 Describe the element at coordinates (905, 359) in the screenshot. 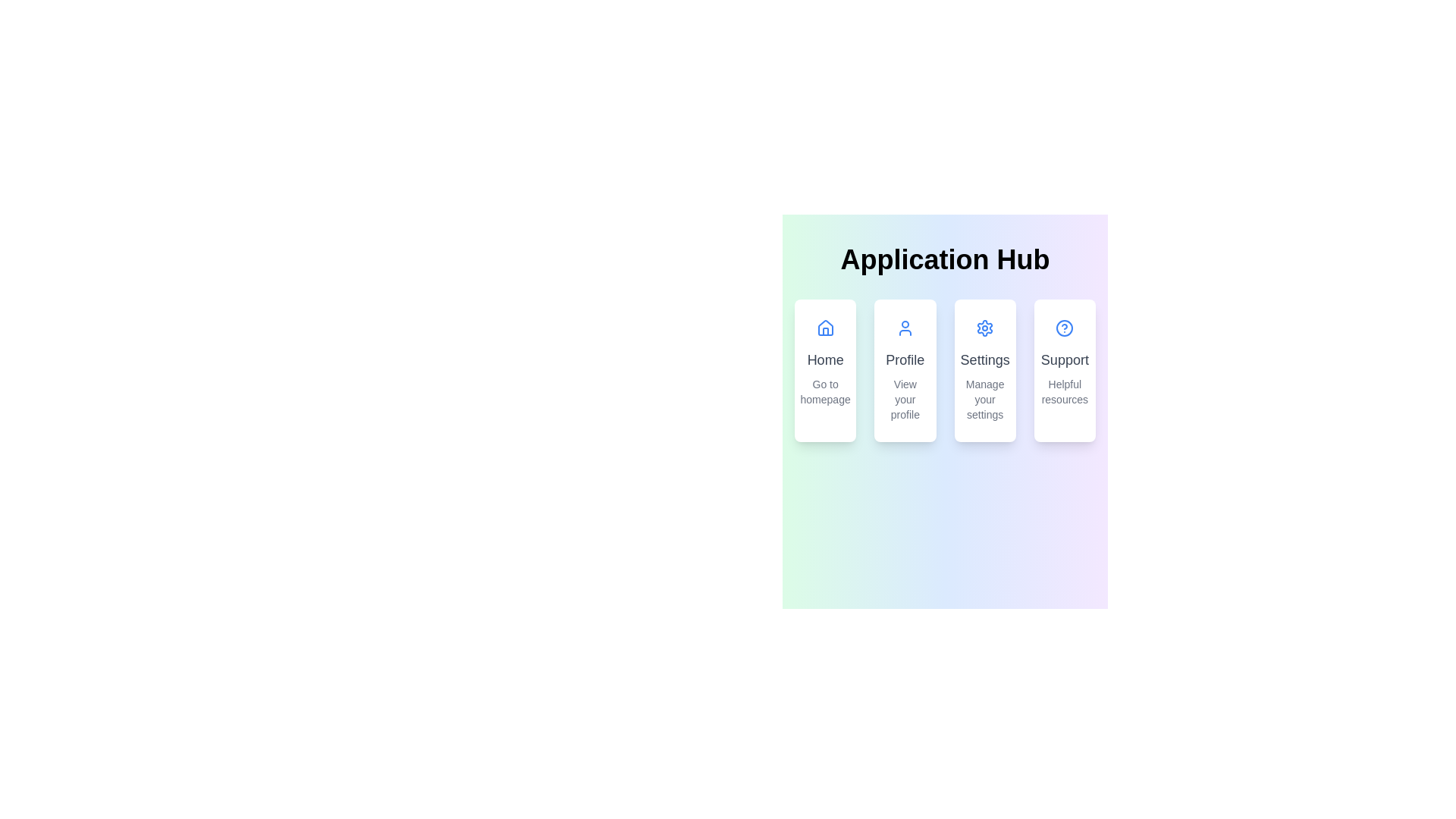

I see `text label that serves as the title for the 'Profile' card, located at the center of the card beneath an icon and above the description 'View your profile'` at that location.